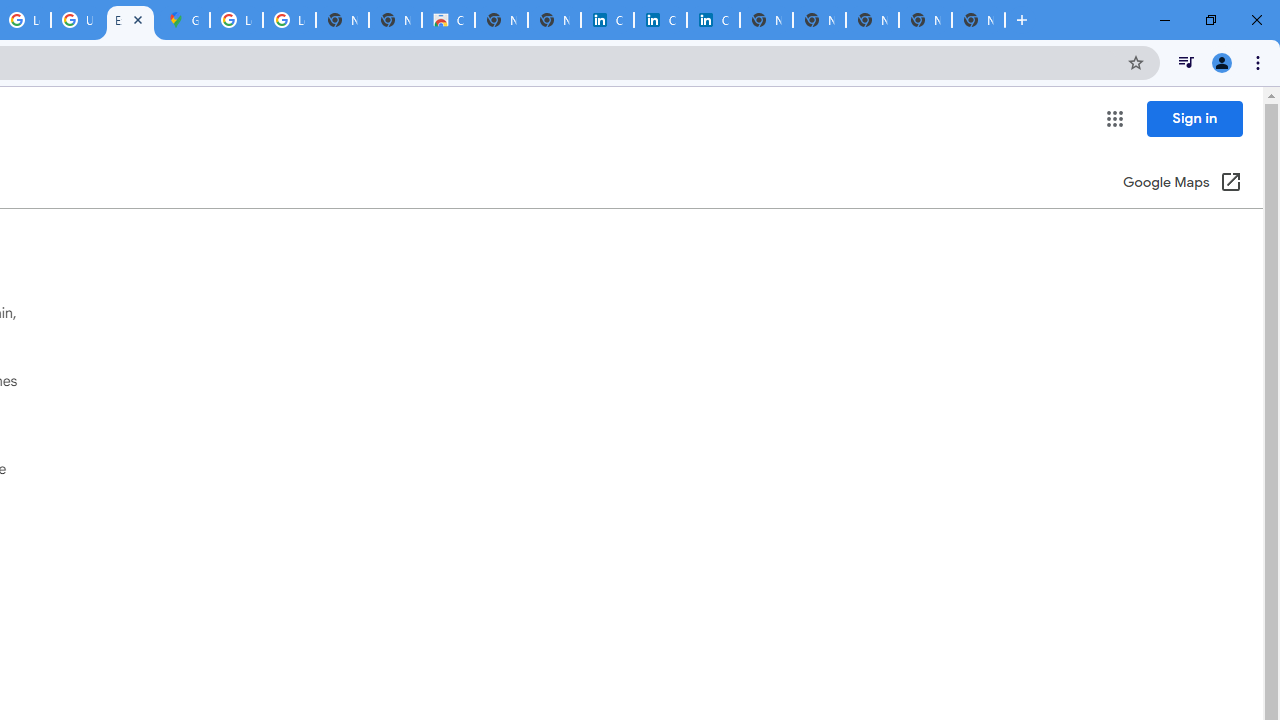 Image resolution: width=1280 pixels, height=720 pixels. Describe the element at coordinates (1182, 183) in the screenshot. I see `'Google Maps (Open in a new window)'` at that location.